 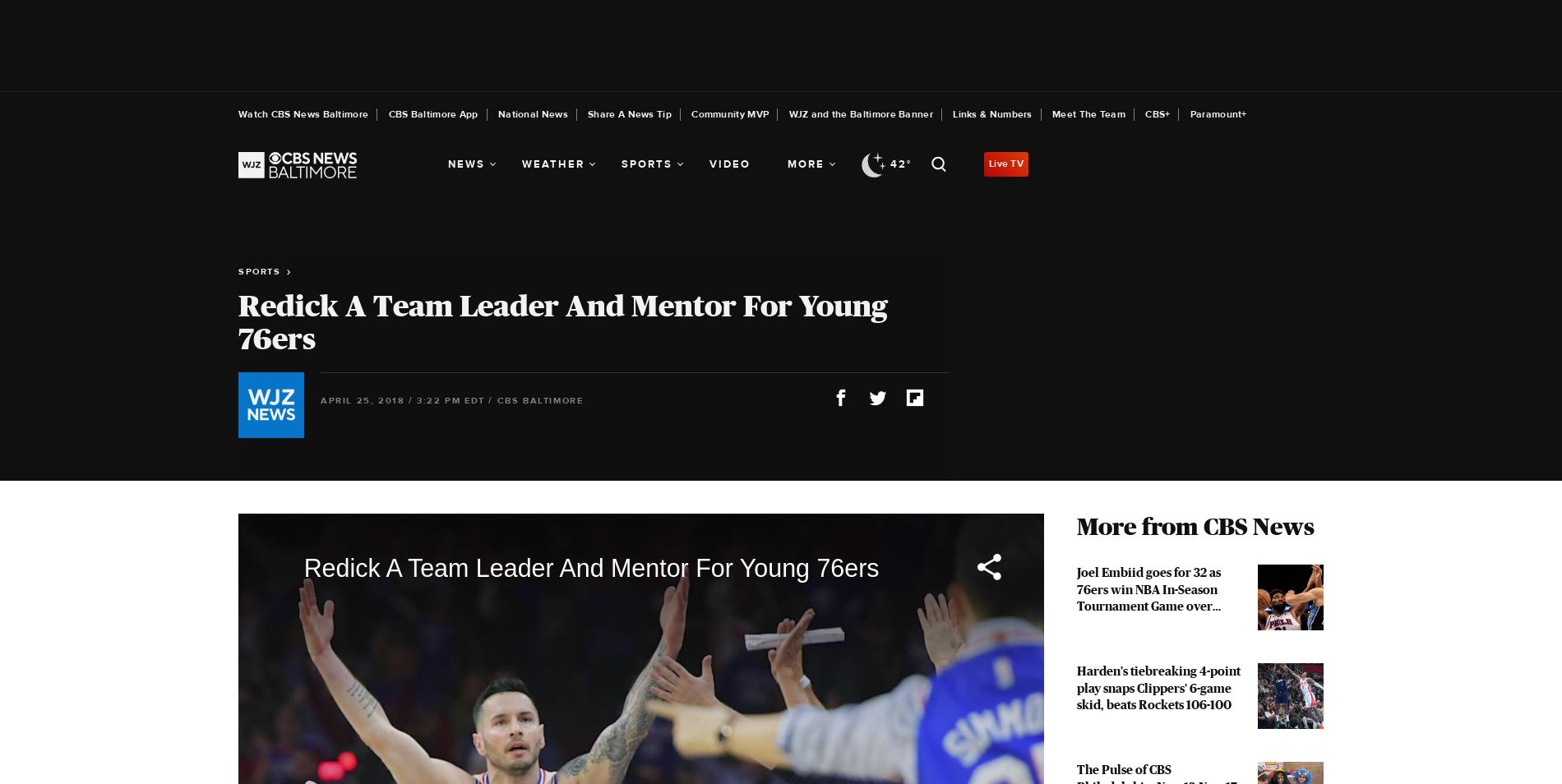 I want to click on 'Watch CBS News Baltimore', so click(x=302, y=113).